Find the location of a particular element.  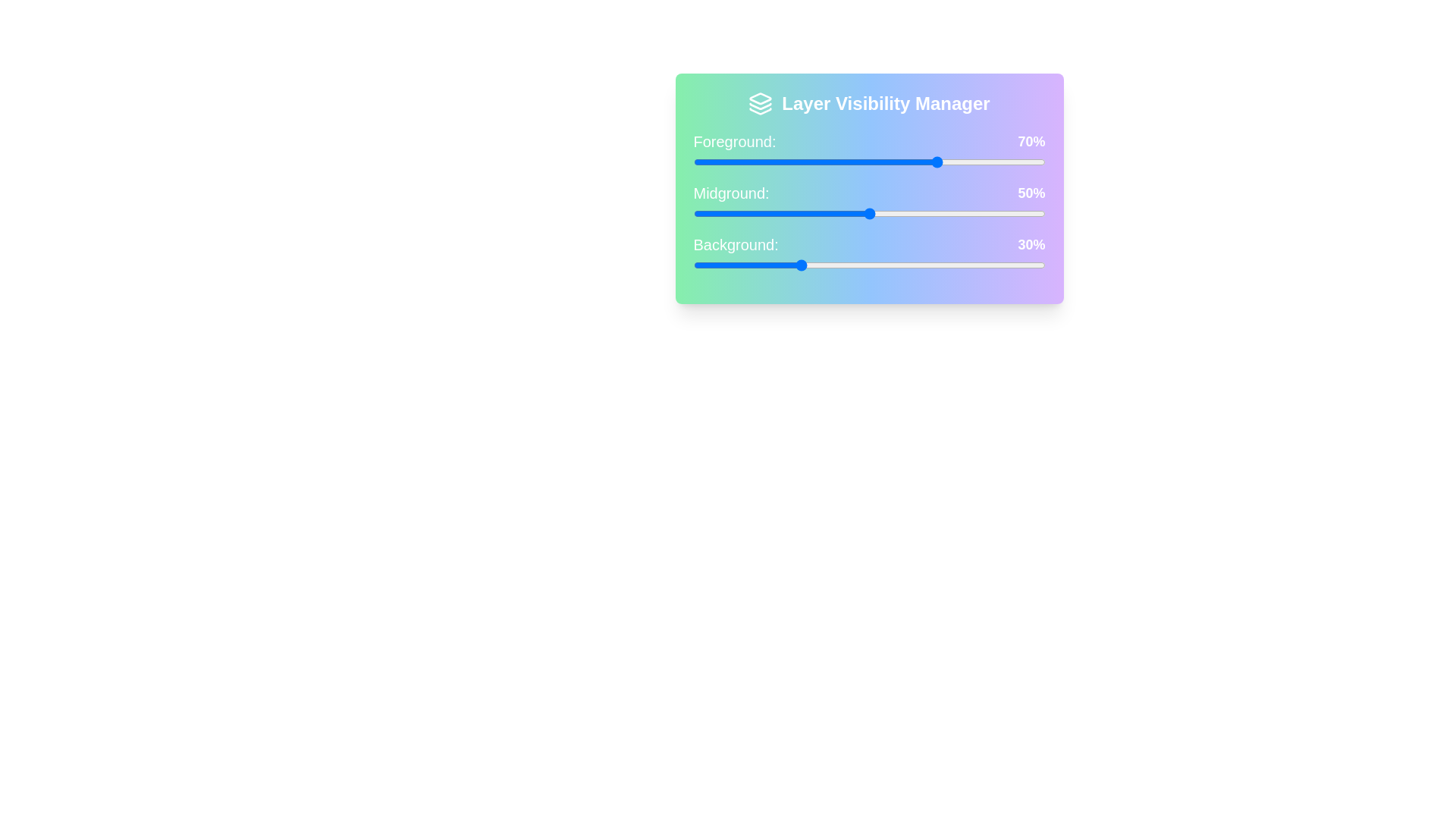

the Midground slider to 79% is located at coordinates (971, 213).